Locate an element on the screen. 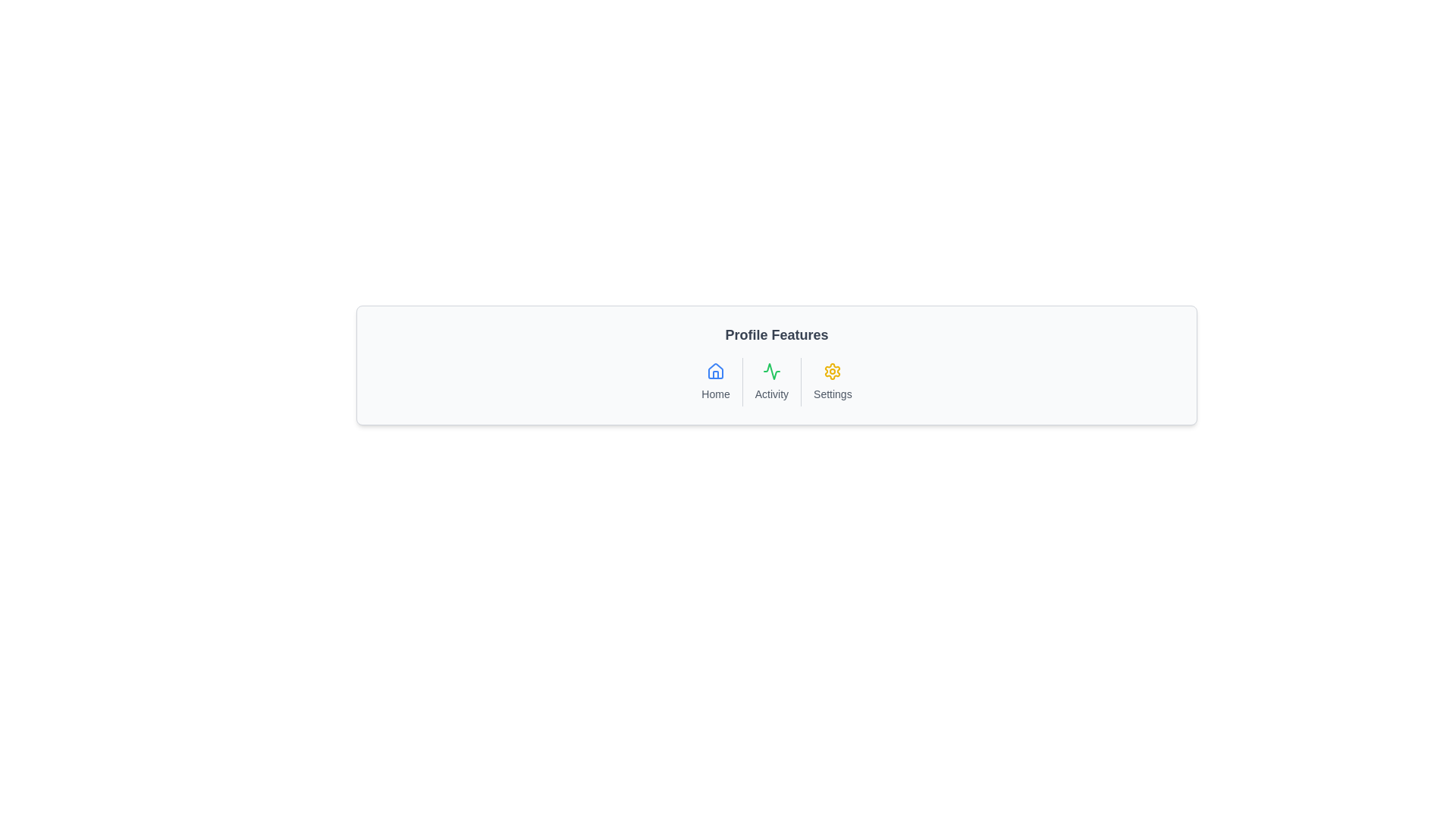 This screenshot has height=819, width=1456. the yellow gear-shaped icon labeled 'Settings' located in the bottom right corner of the row is located at coordinates (832, 371).